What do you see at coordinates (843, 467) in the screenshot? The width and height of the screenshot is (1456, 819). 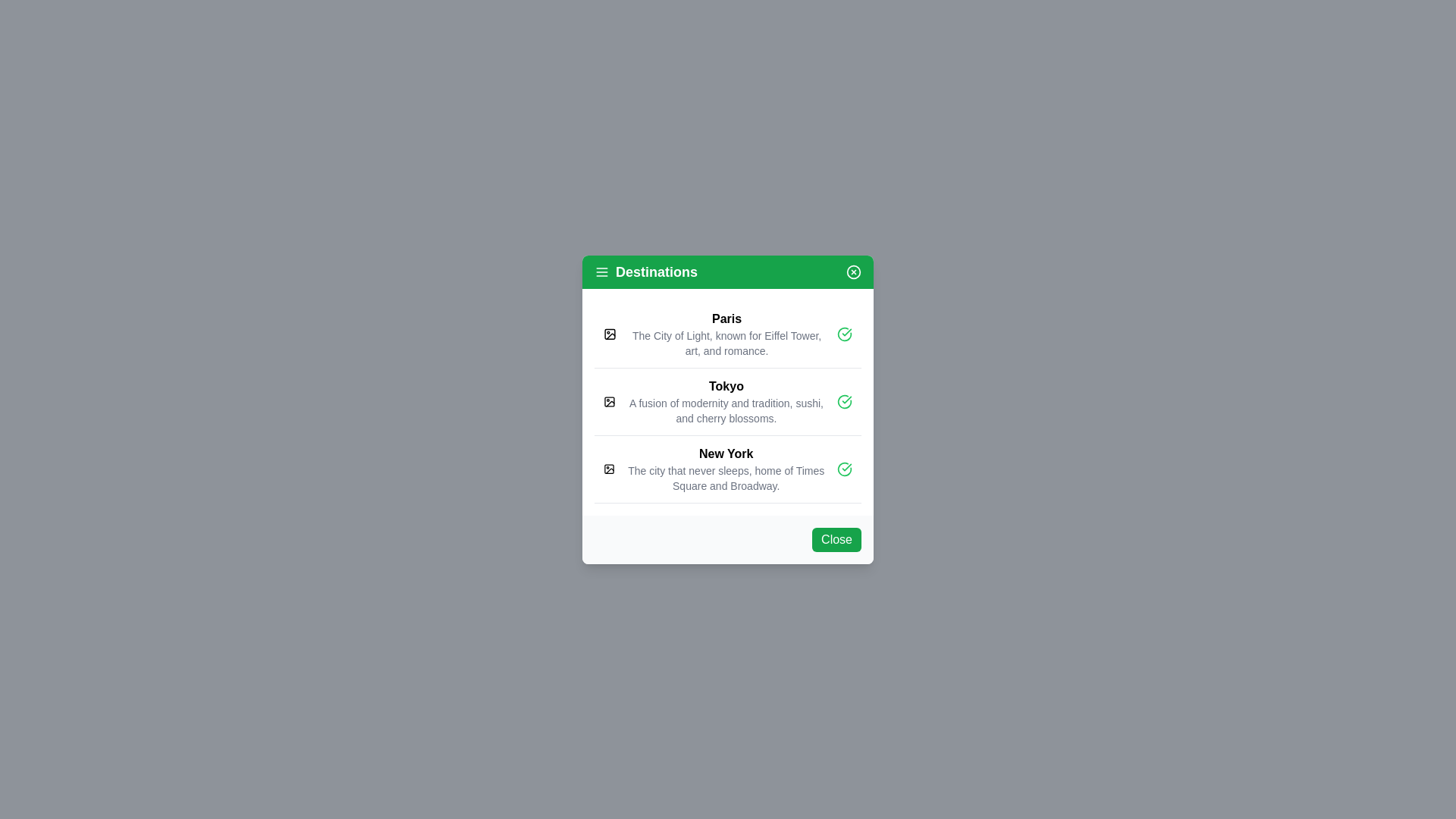 I see `the green circular icon with a checkmark located at the far right of the third list item under 'Destinations'` at bounding box center [843, 467].